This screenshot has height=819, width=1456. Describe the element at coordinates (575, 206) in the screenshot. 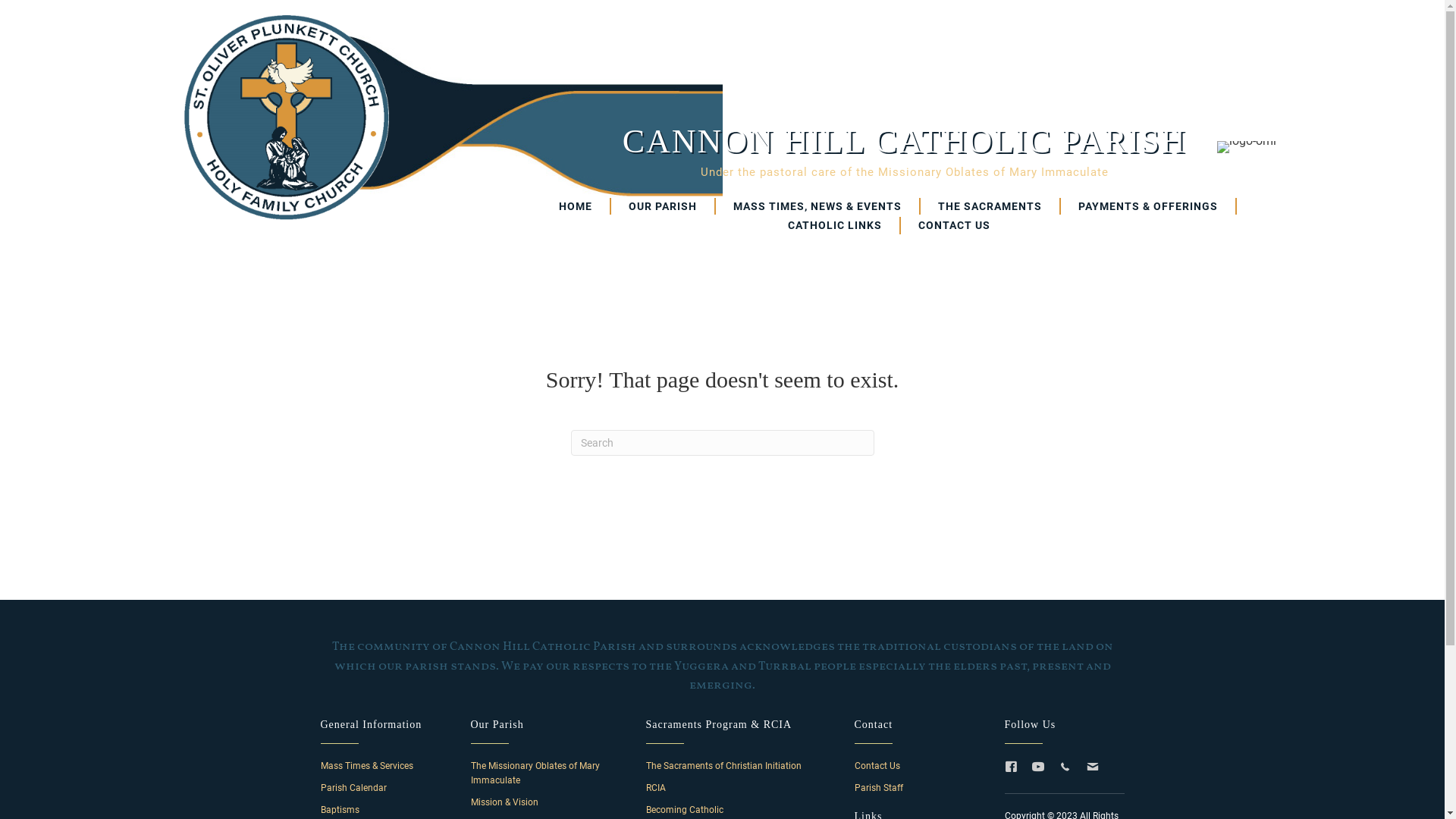

I see `'HOME'` at that location.